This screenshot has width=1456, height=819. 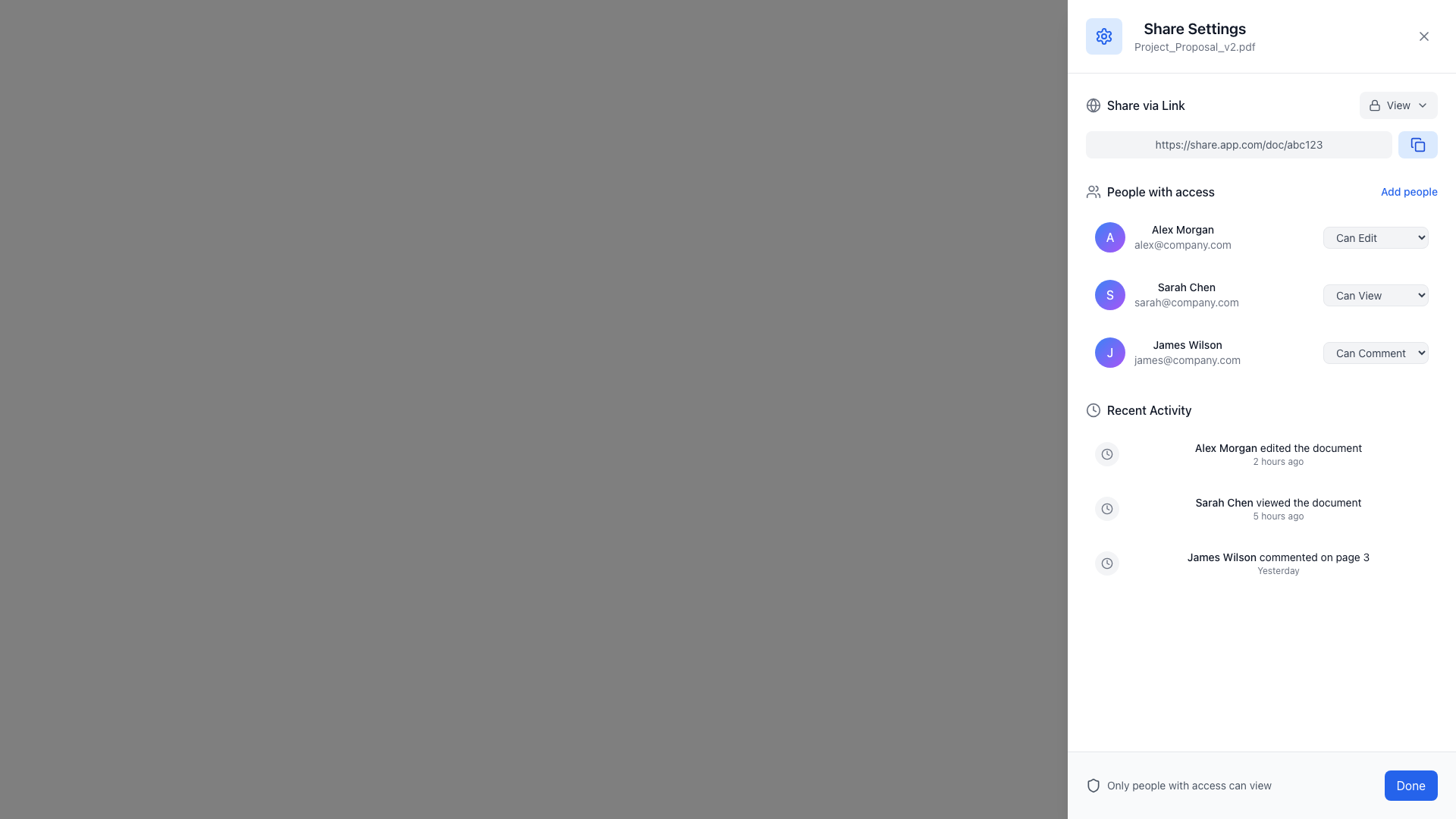 I want to click on the User information display row, which is the third entry under the 'People with access' section, displaying the user's name and email address, so click(x=1167, y=353).